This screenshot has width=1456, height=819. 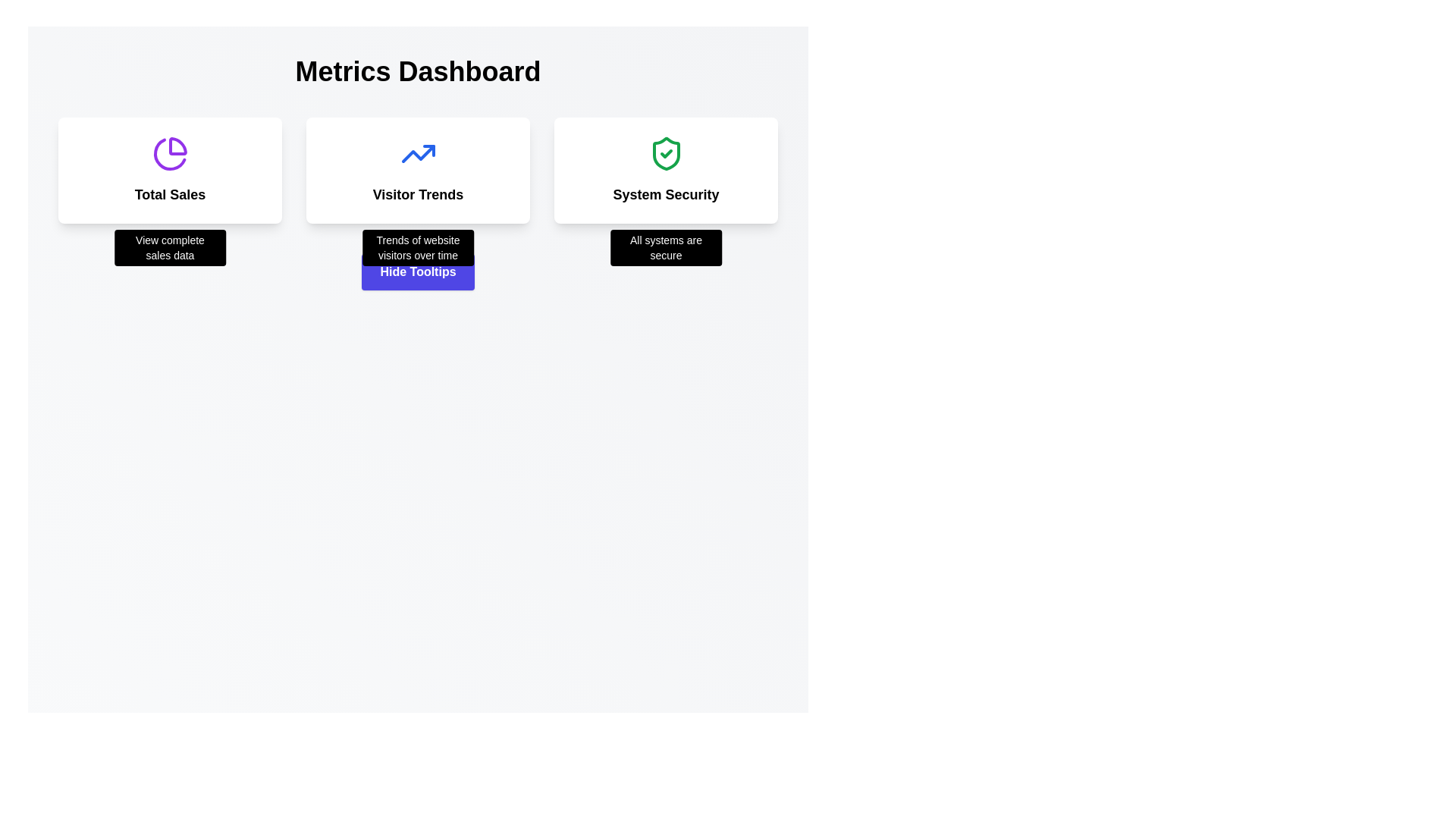 I want to click on the left segment of the pie chart icon in the 'Total Sales' card on the dashboard, so click(x=169, y=154).